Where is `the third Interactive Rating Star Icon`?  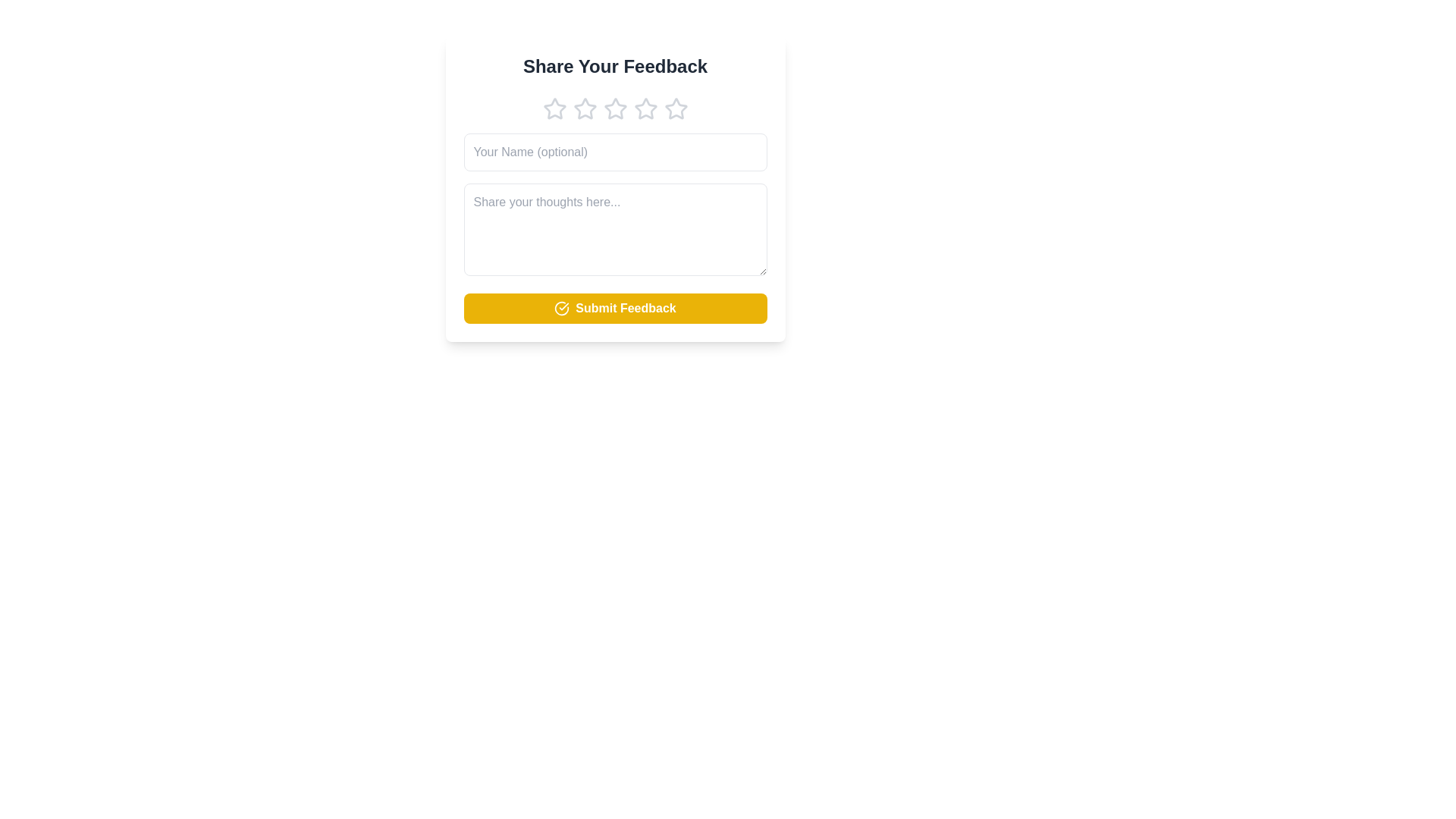
the third Interactive Rating Star Icon is located at coordinates (615, 108).